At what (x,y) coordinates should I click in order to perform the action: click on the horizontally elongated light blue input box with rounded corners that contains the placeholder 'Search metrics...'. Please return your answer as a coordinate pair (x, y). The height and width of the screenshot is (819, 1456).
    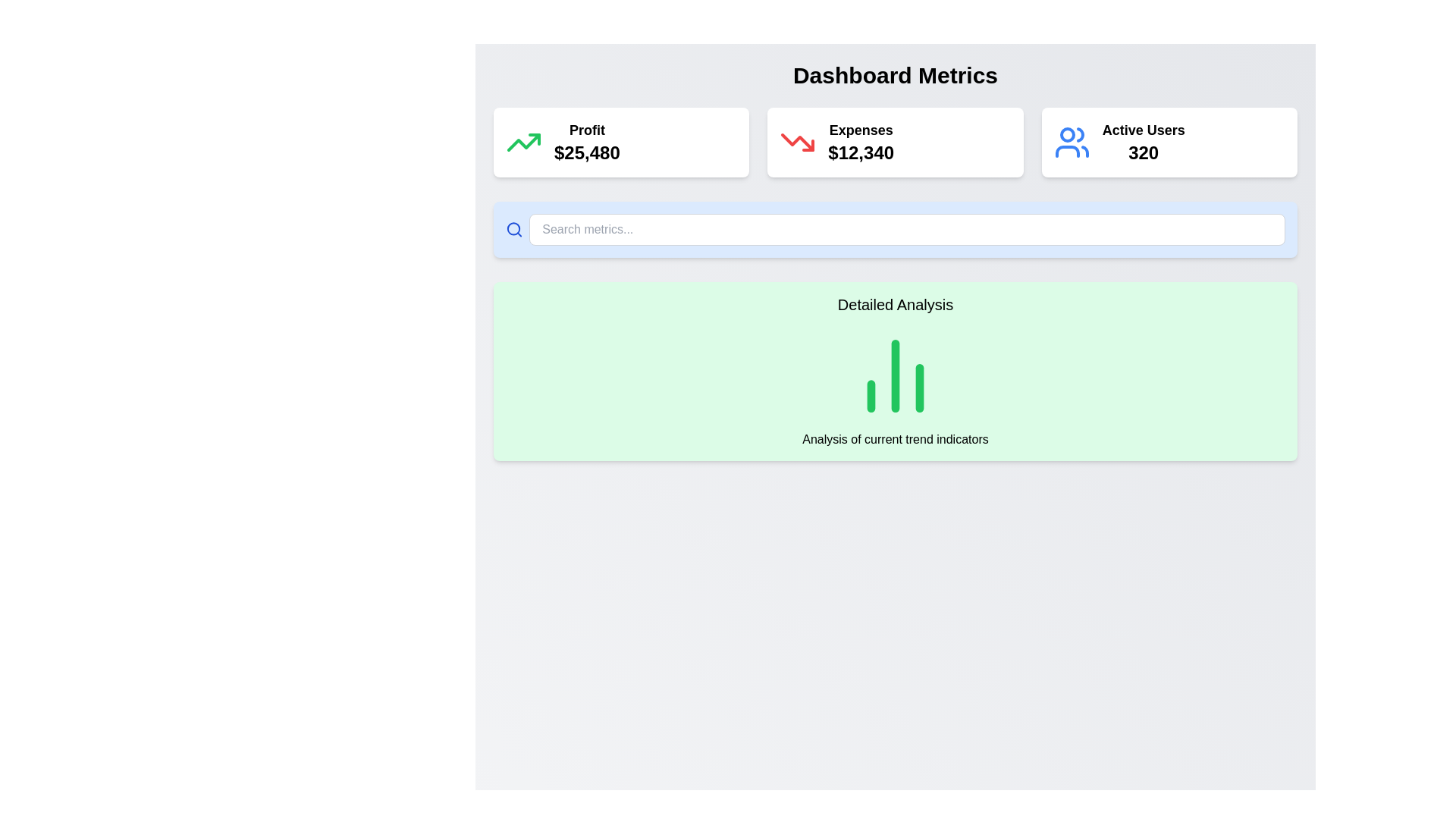
    Looking at the image, I should click on (895, 230).